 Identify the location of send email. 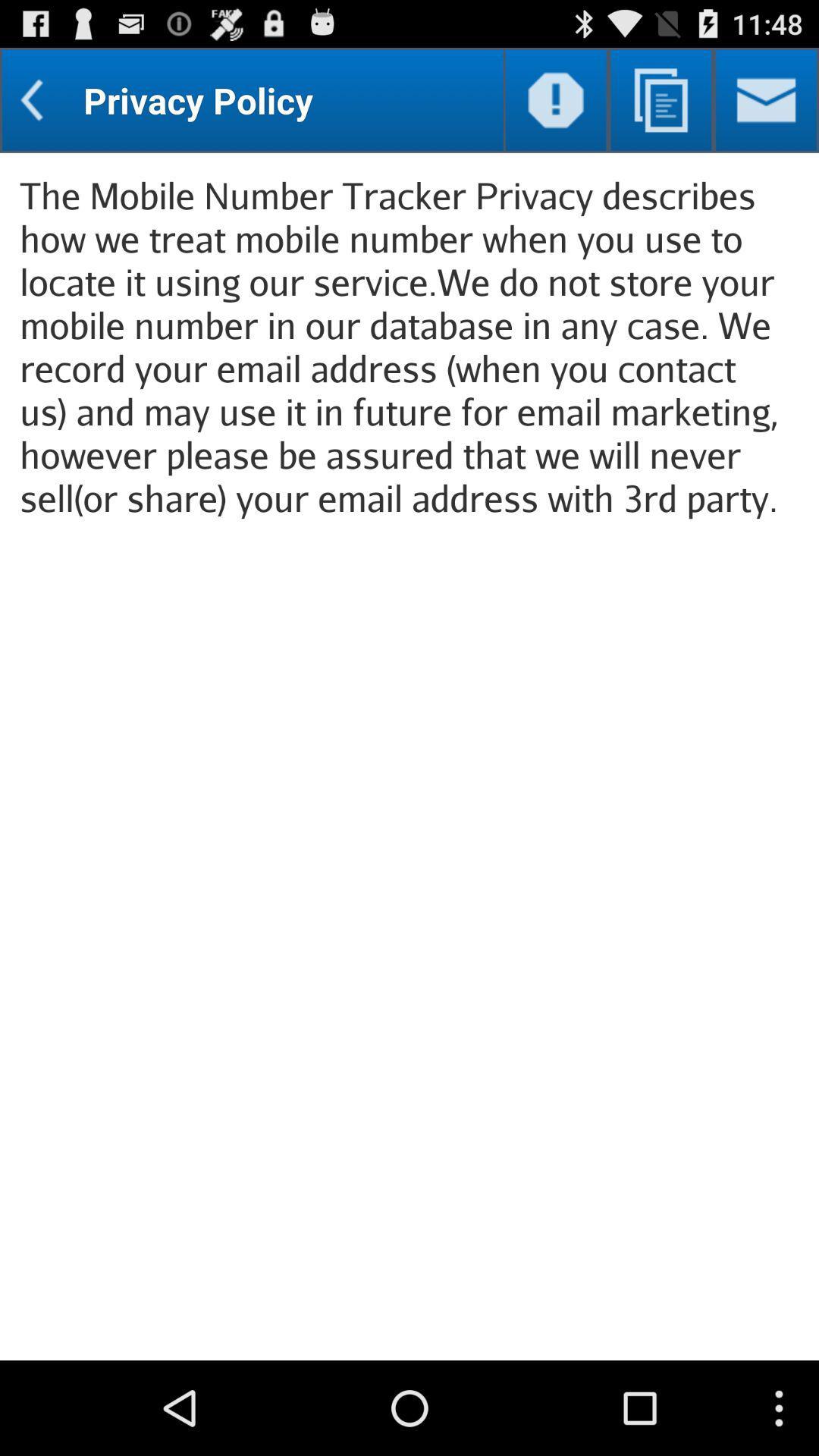
(766, 99).